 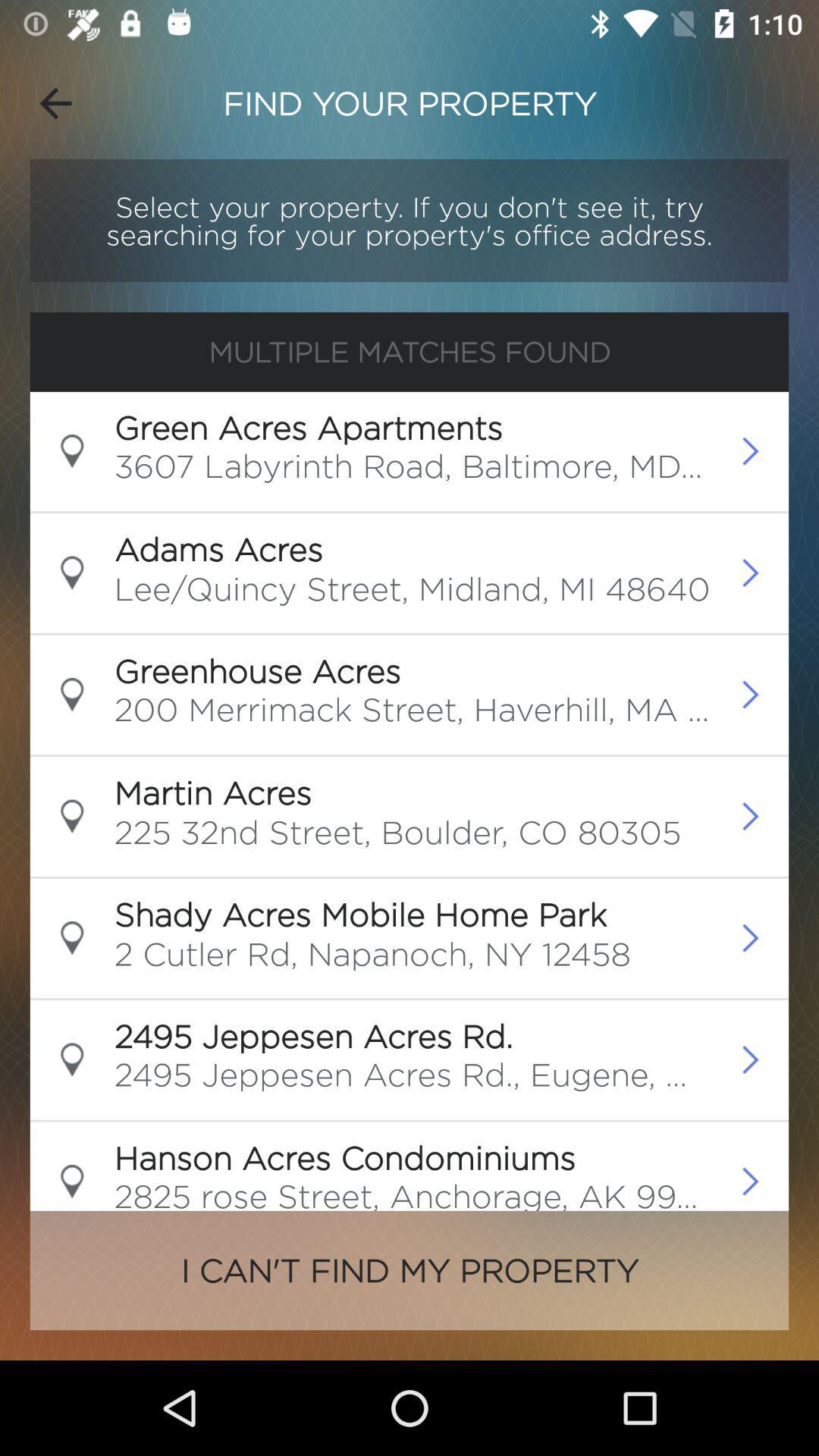 I want to click on adams acres, so click(x=218, y=548).